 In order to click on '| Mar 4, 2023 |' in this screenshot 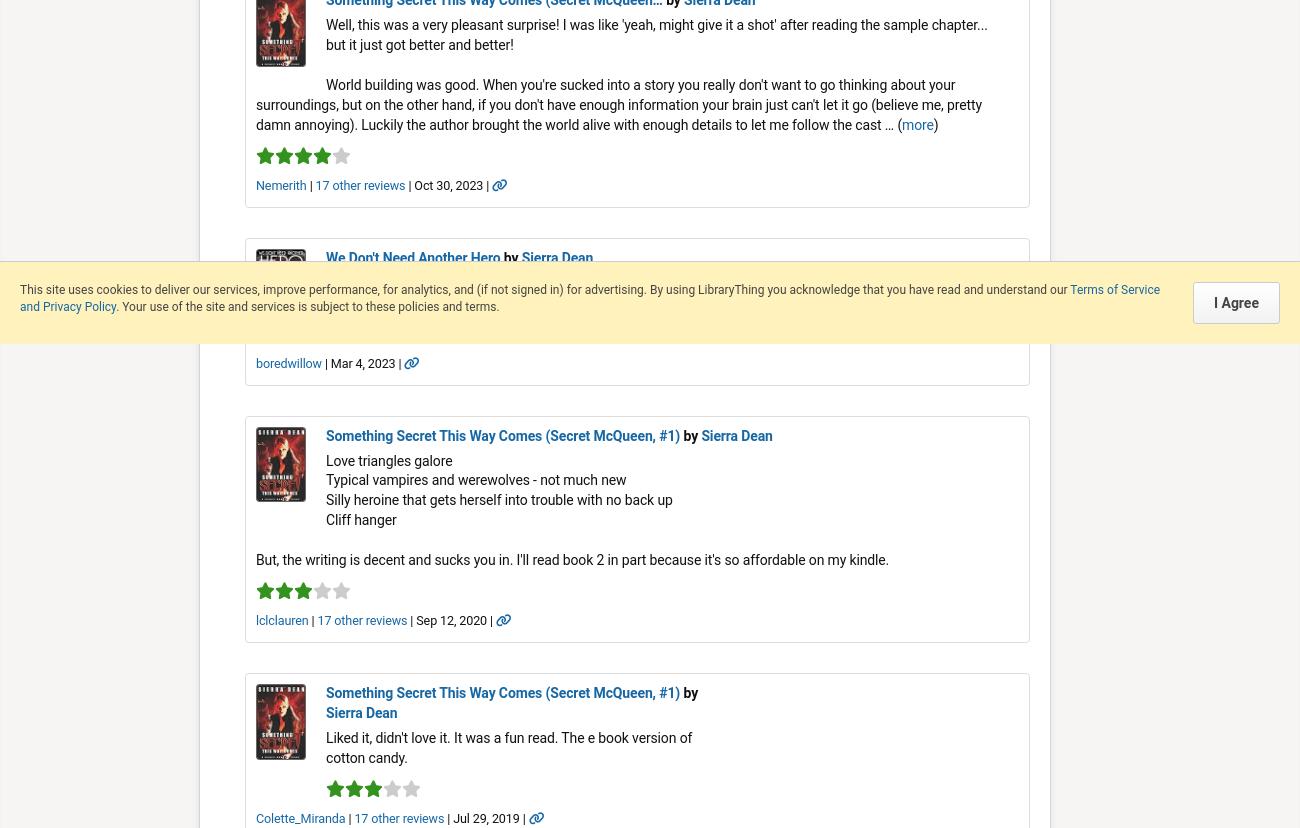, I will do `click(361, 362)`.